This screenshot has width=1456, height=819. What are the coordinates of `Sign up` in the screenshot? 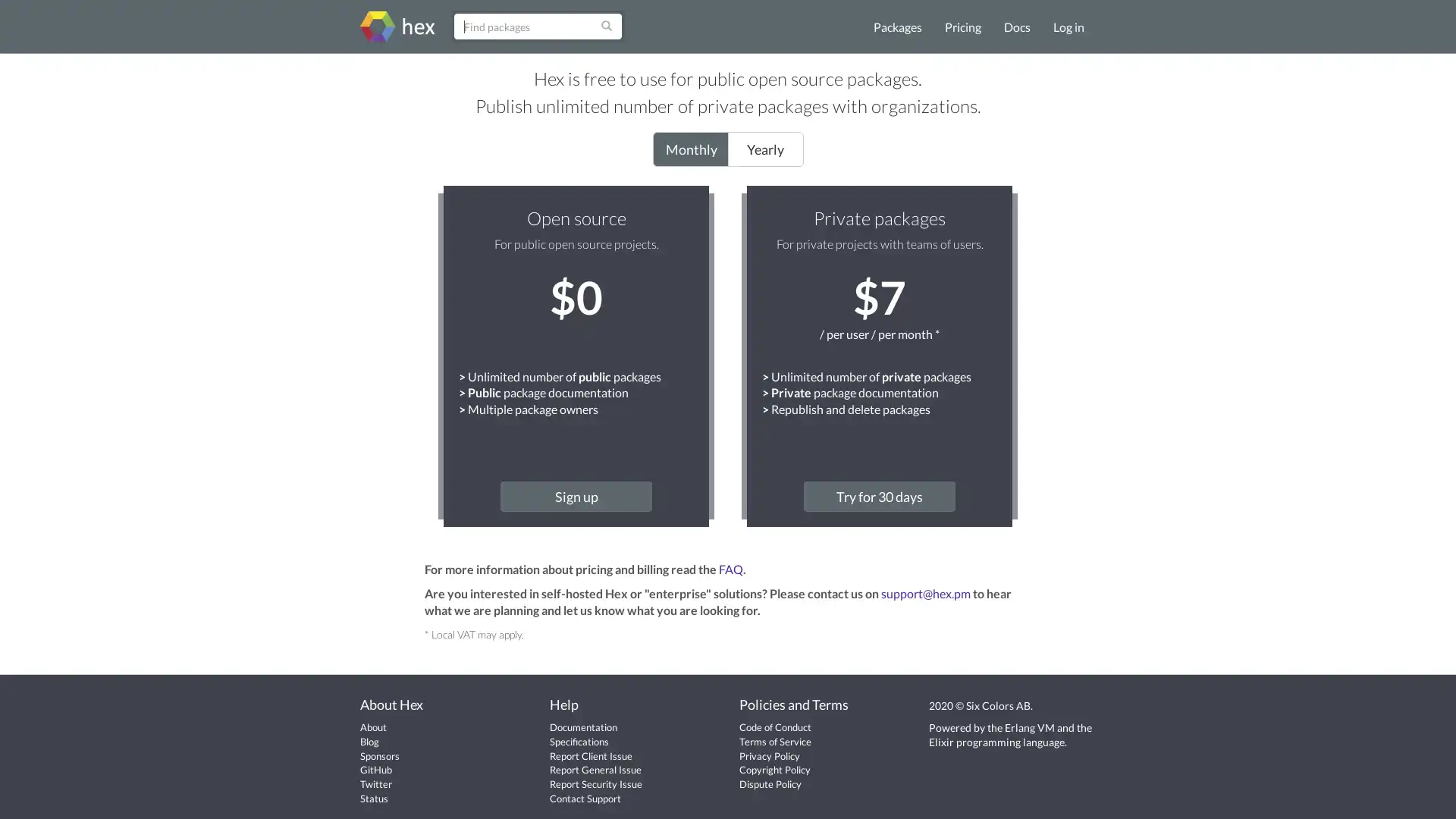 It's located at (575, 496).